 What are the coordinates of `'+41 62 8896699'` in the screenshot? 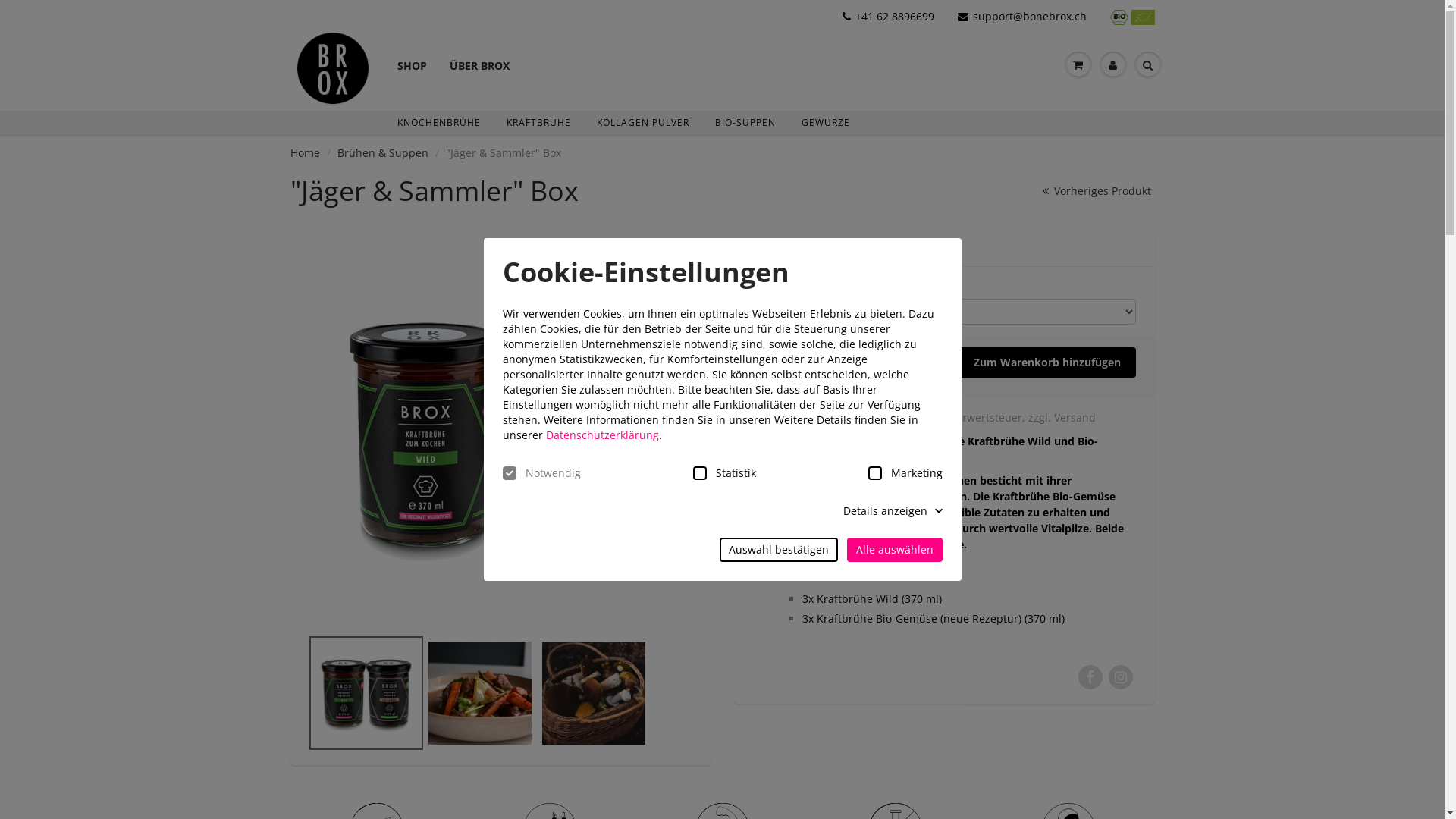 It's located at (888, 17).